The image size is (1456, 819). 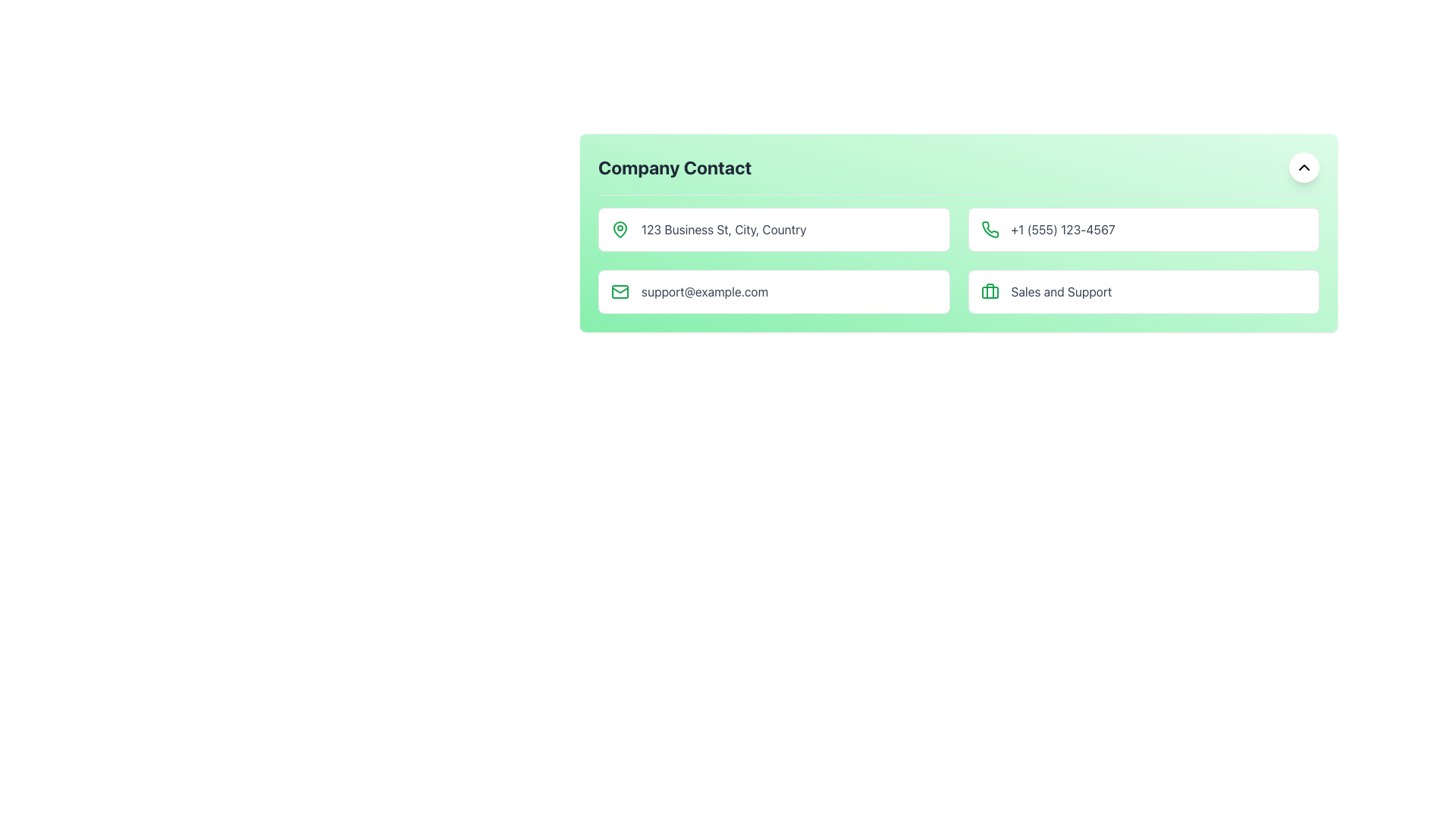 I want to click on email address displayed on the informational card located in the second row, first column of the grid, which is directly below the address card and adjacent to the Sales and Support card, so click(x=773, y=292).